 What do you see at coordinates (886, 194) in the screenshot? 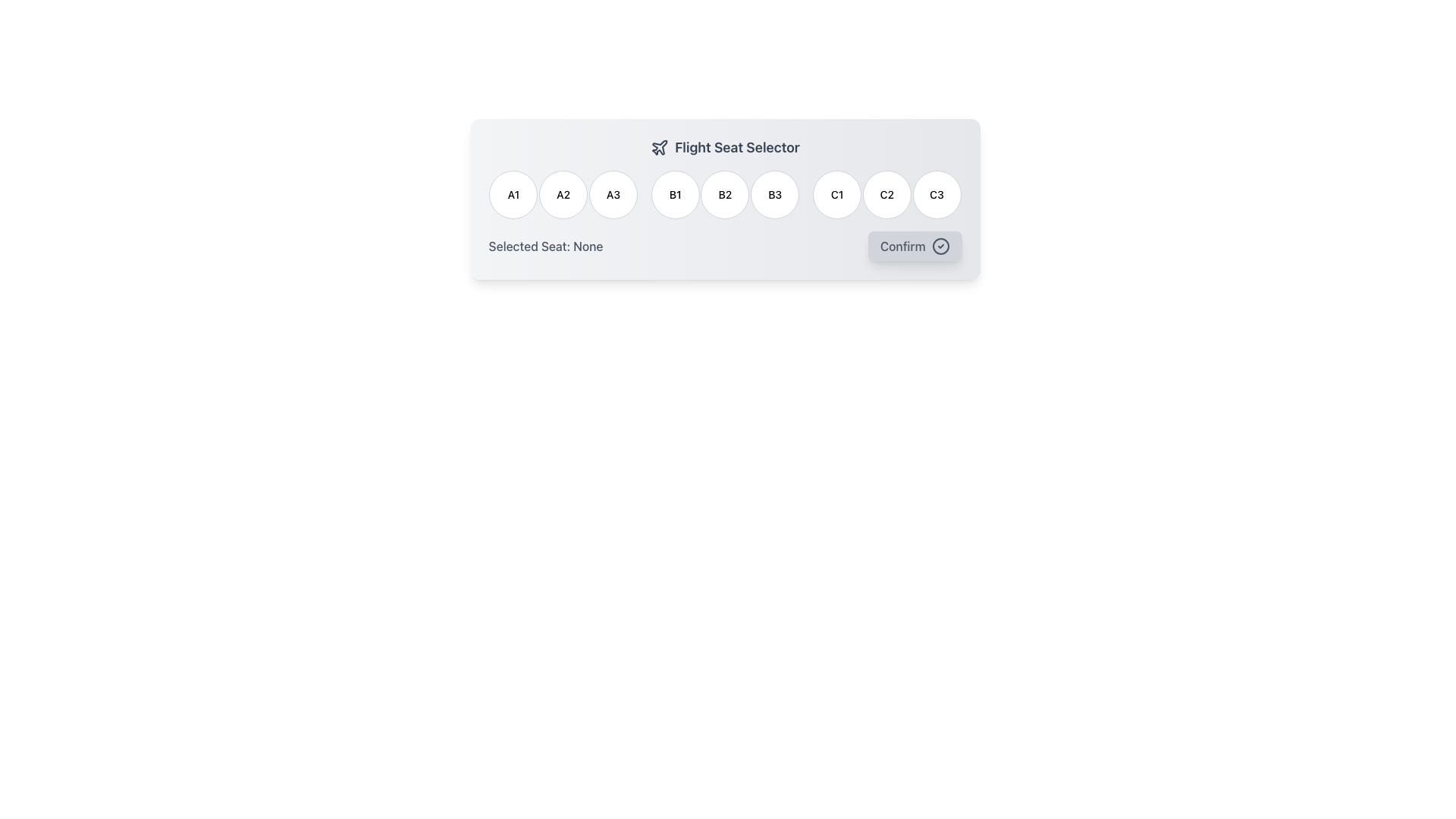
I see `the circular button labeled 'C2'` at bounding box center [886, 194].